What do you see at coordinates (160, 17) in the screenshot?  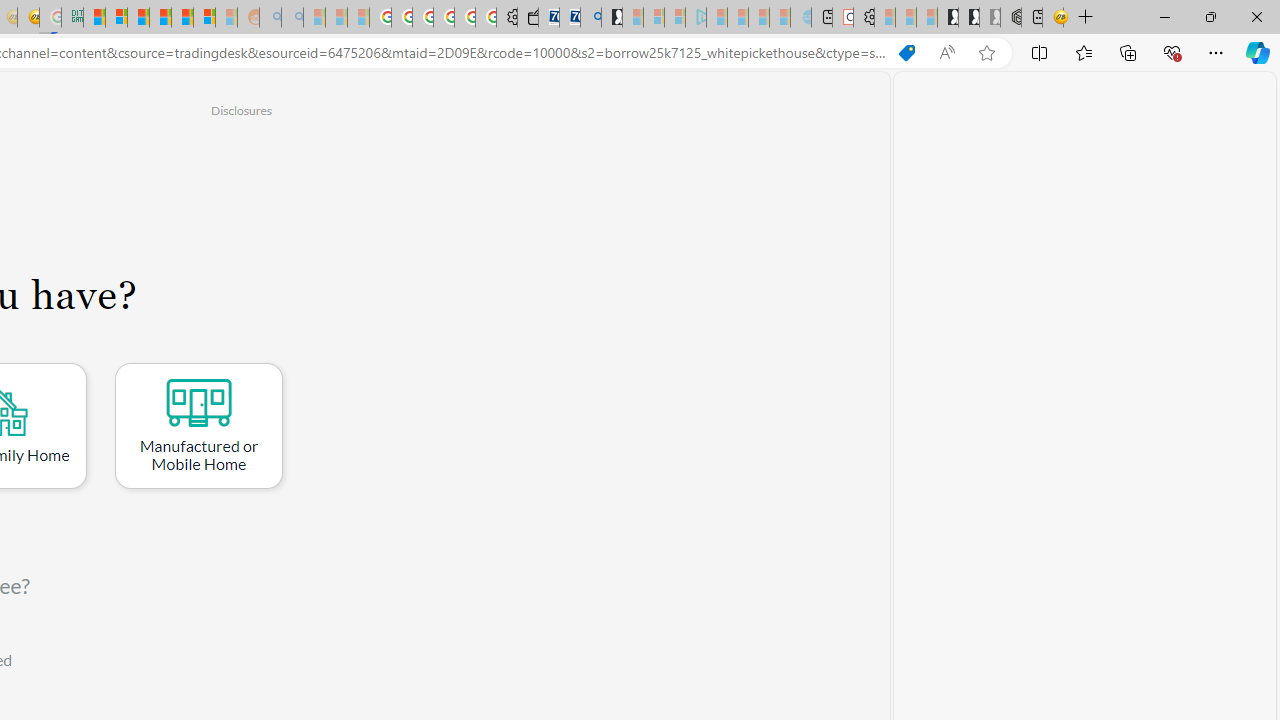 I see `'Expert Portfolios'` at bounding box center [160, 17].